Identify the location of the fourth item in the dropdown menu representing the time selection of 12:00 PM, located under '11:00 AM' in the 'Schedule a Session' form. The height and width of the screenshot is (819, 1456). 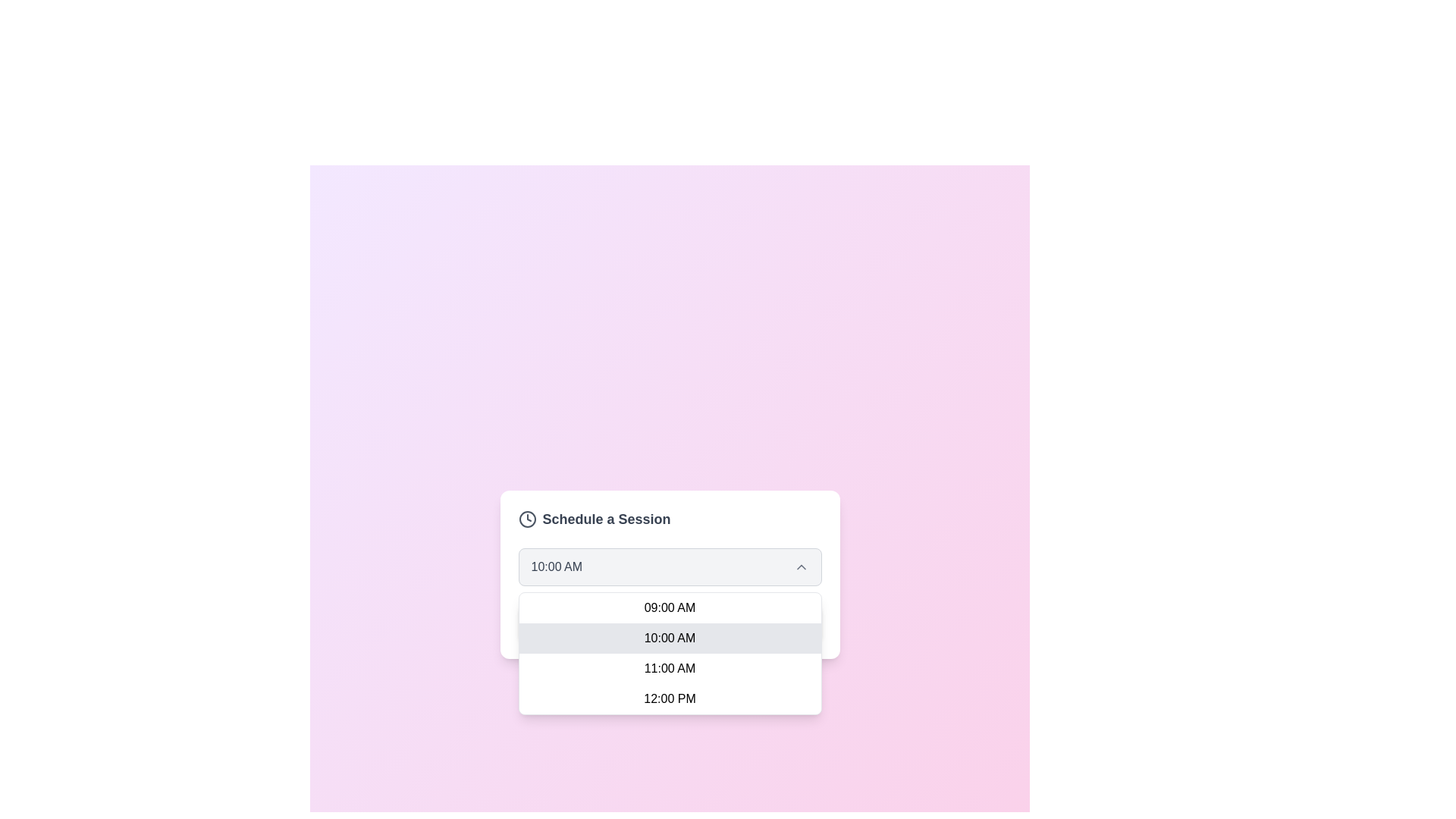
(669, 698).